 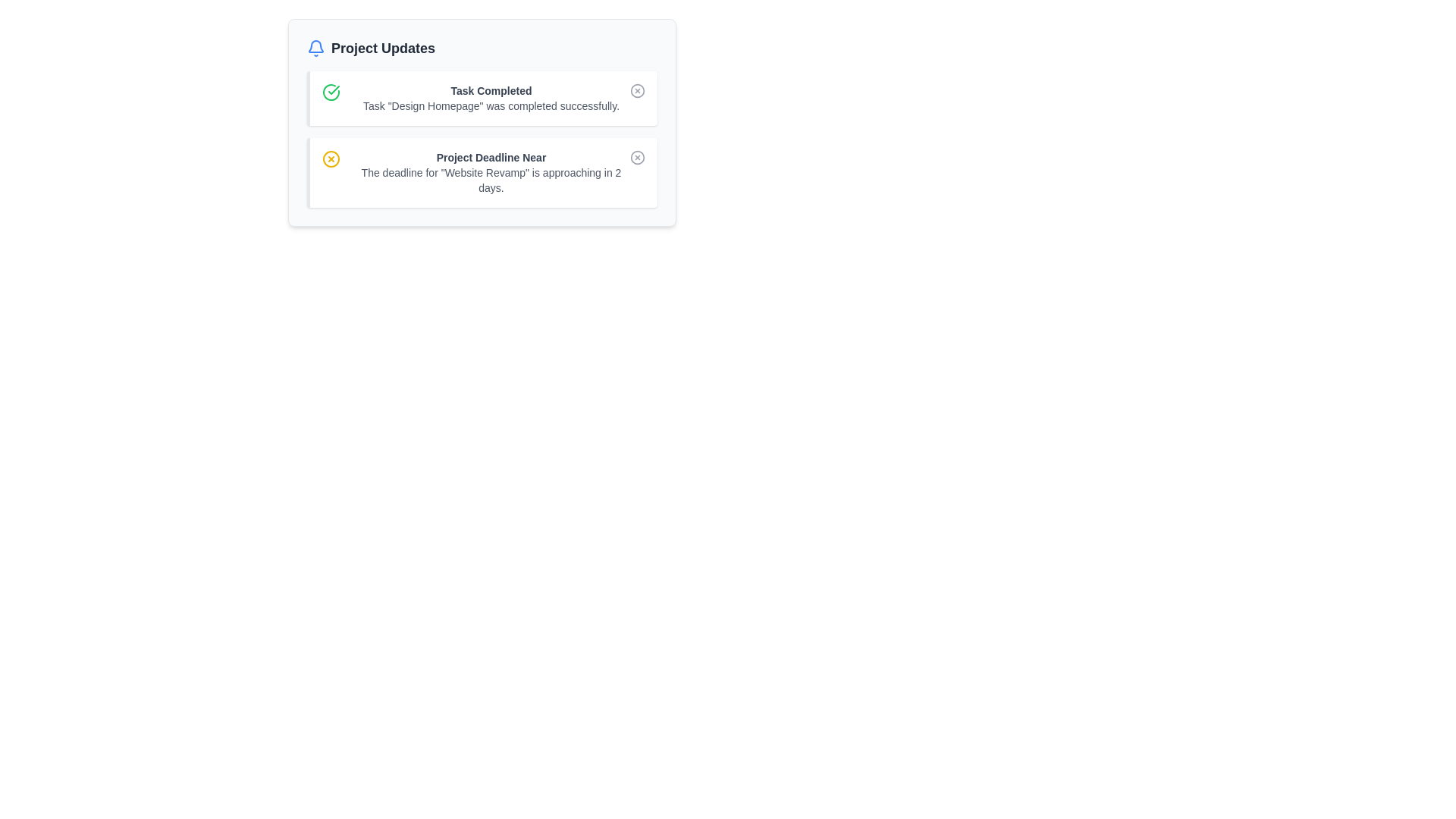 What do you see at coordinates (637, 158) in the screenshot?
I see `the circular shape with a visible border located centrally within a square icon at the right side of the second item in the vertically-stacked notification list` at bounding box center [637, 158].